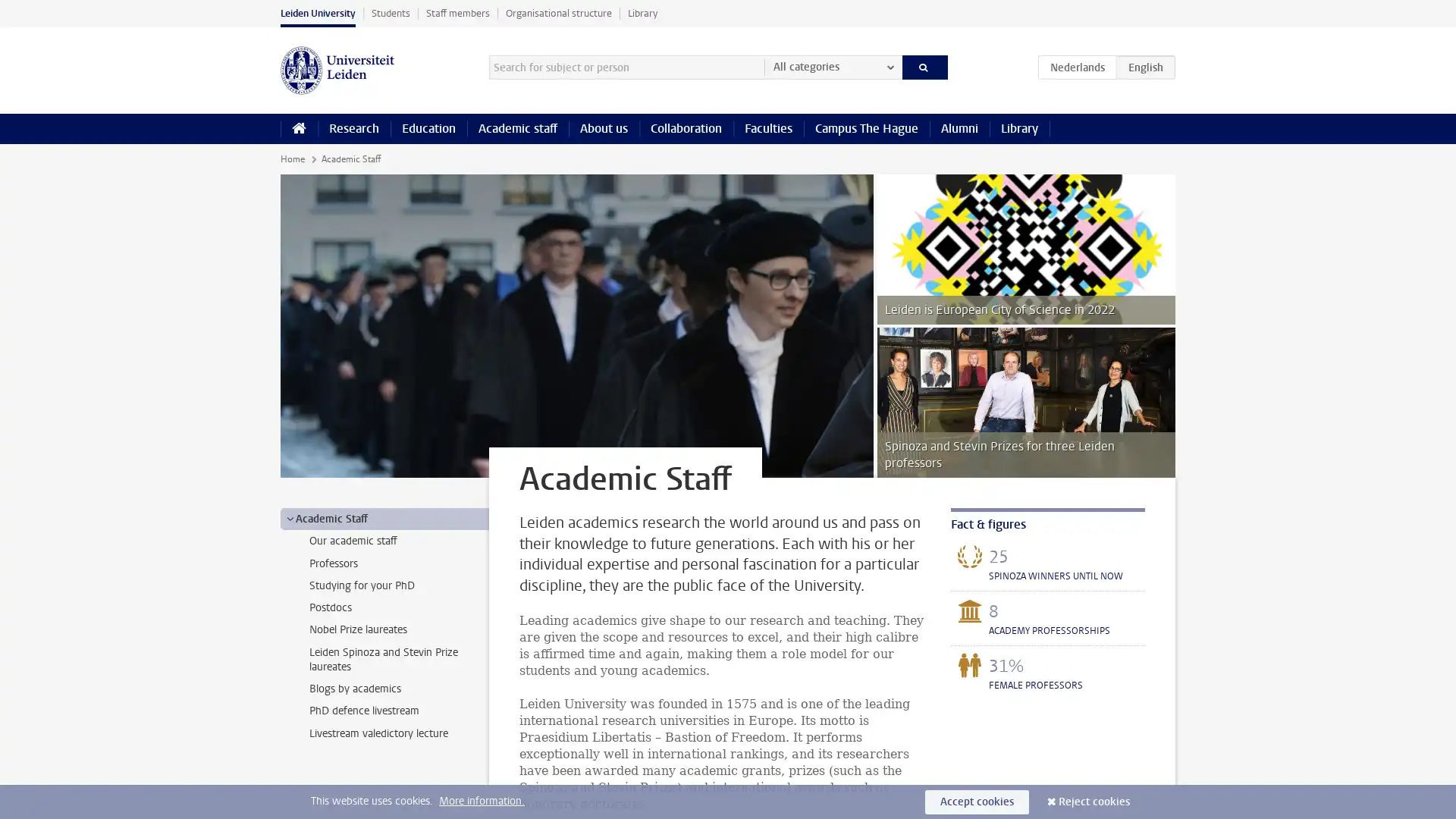 Image resolution: width=1456 pixels, height=819 pixels. What do you see at coordinates (1094, 801) in the screenshot?
I see `Reject cookies` at bounding box center [1094, 801].